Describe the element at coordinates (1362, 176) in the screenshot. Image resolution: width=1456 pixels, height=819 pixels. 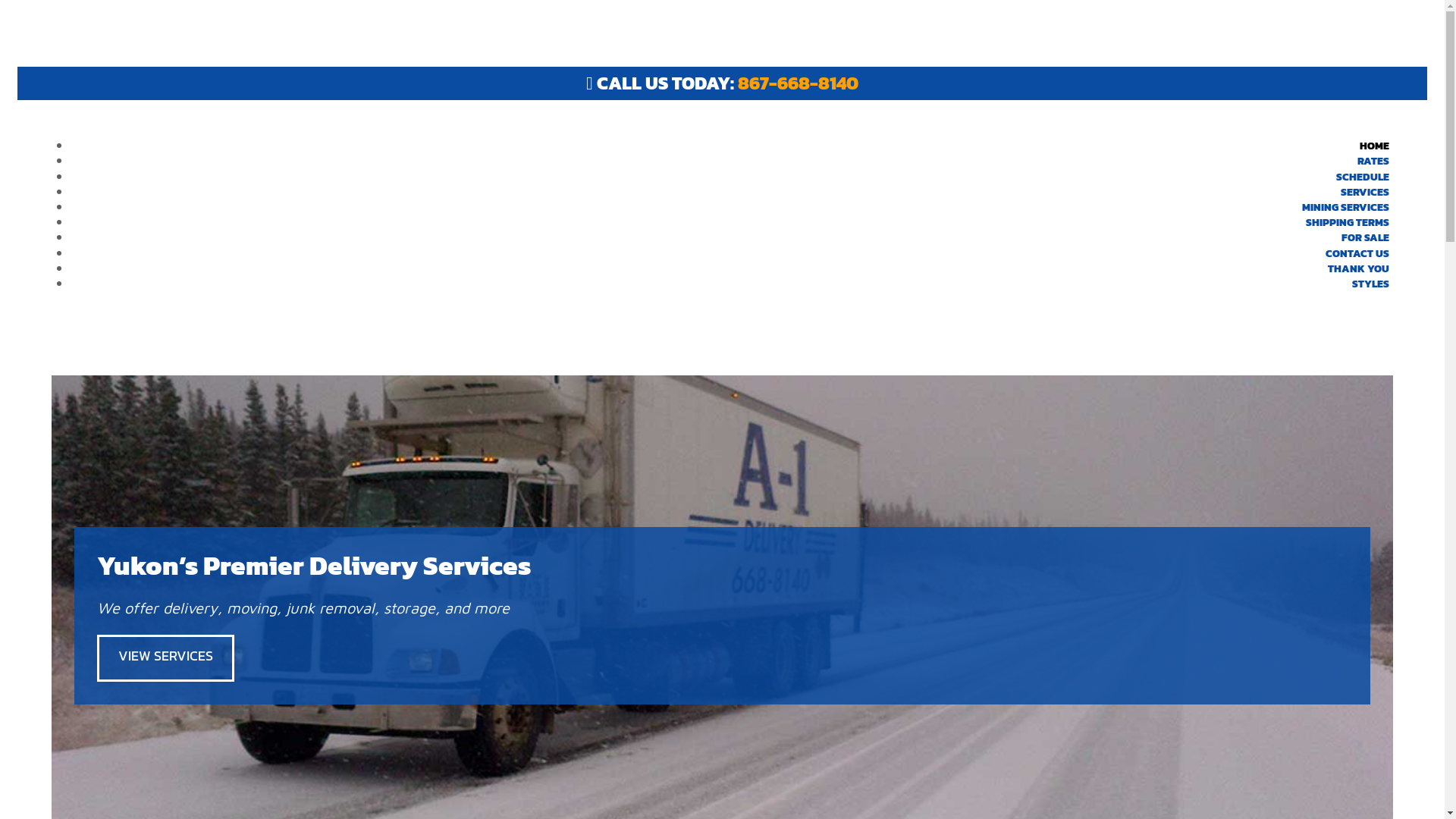
I see `'SCHEDULE'` at that location.